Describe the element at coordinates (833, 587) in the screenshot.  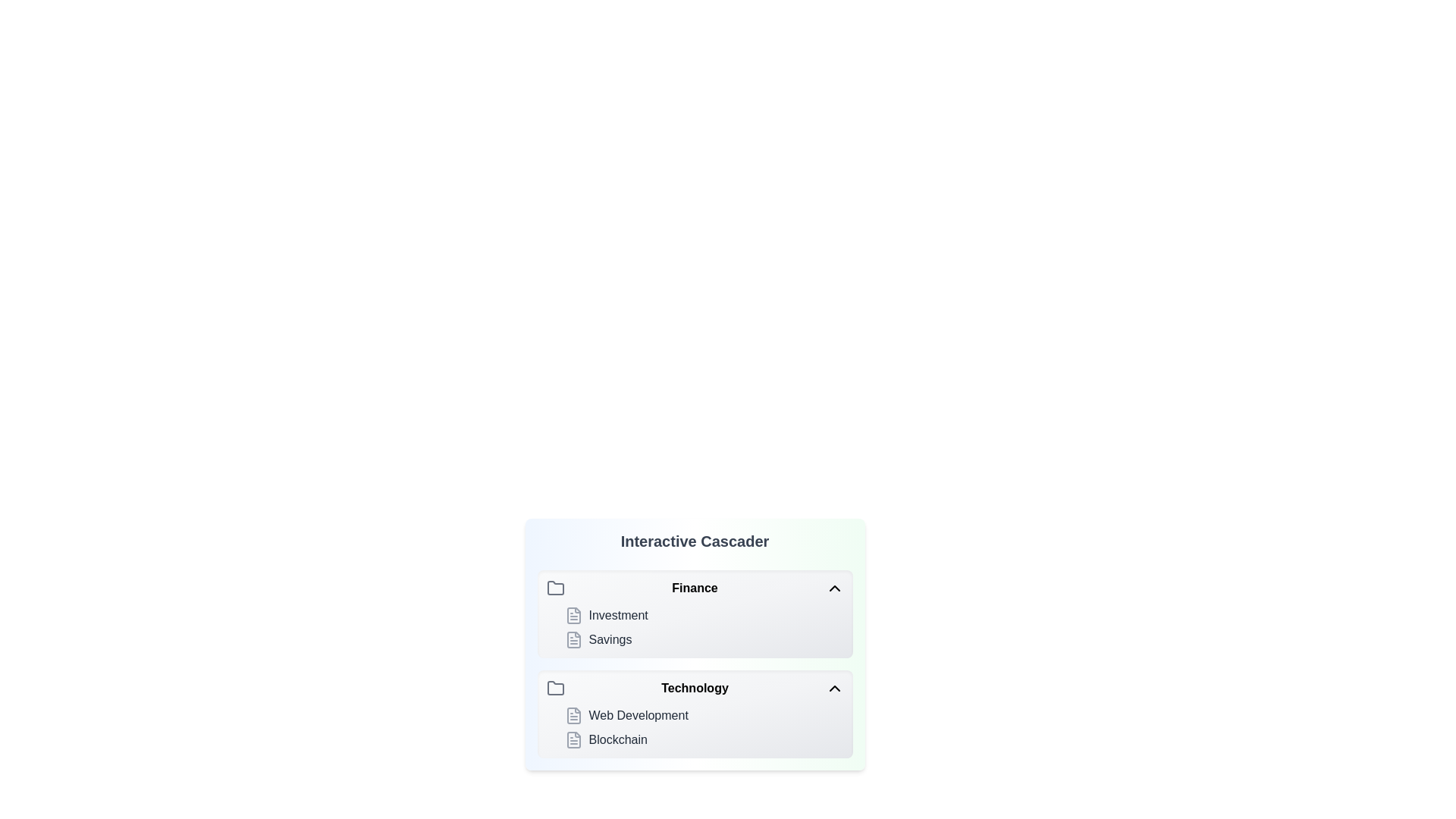
I see `the upward-pointing chevron icon located on the far-right side of the gray rectangular area labeled 'Finance'` at that location.